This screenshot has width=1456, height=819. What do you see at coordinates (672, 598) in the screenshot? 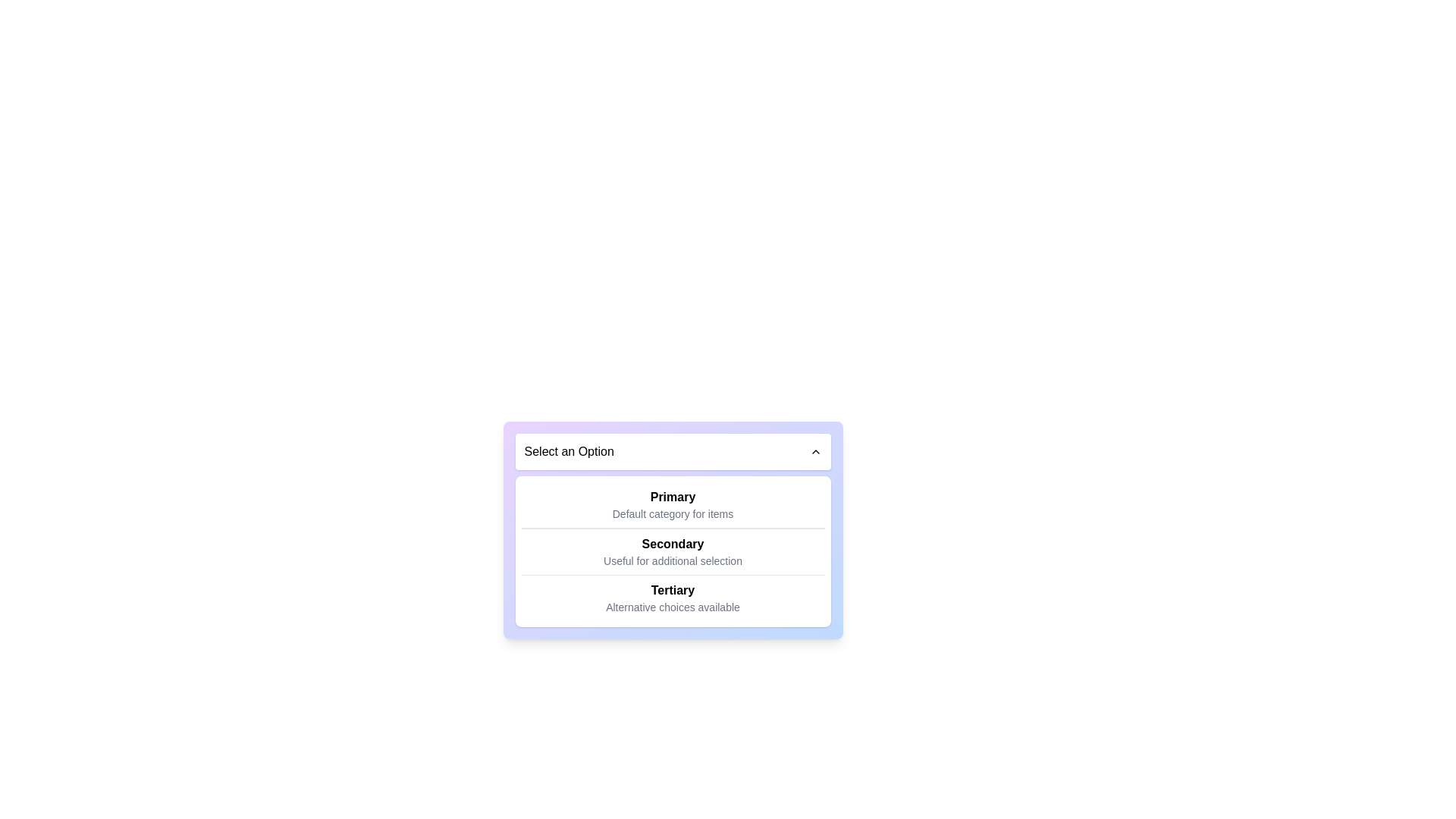
I see `the selectable list item labeled 'Tertiary' with subtext 'Alternative choices available' to provide interactive feedback` at bounding box center [672, 598].